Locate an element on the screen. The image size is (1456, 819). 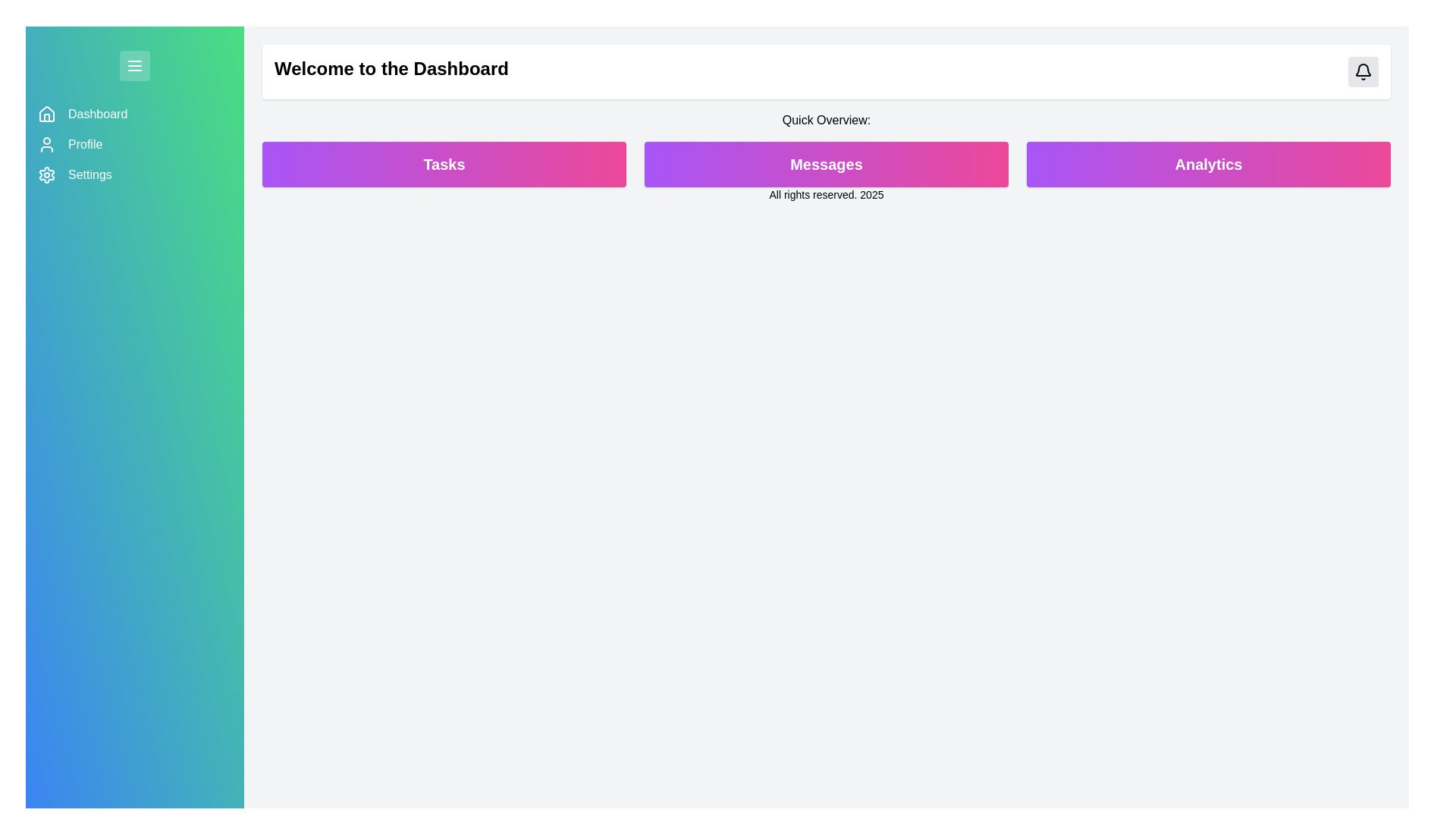
the hamburger menu icon located in the top left corner of the interface by is located at coordinates (134, 65).